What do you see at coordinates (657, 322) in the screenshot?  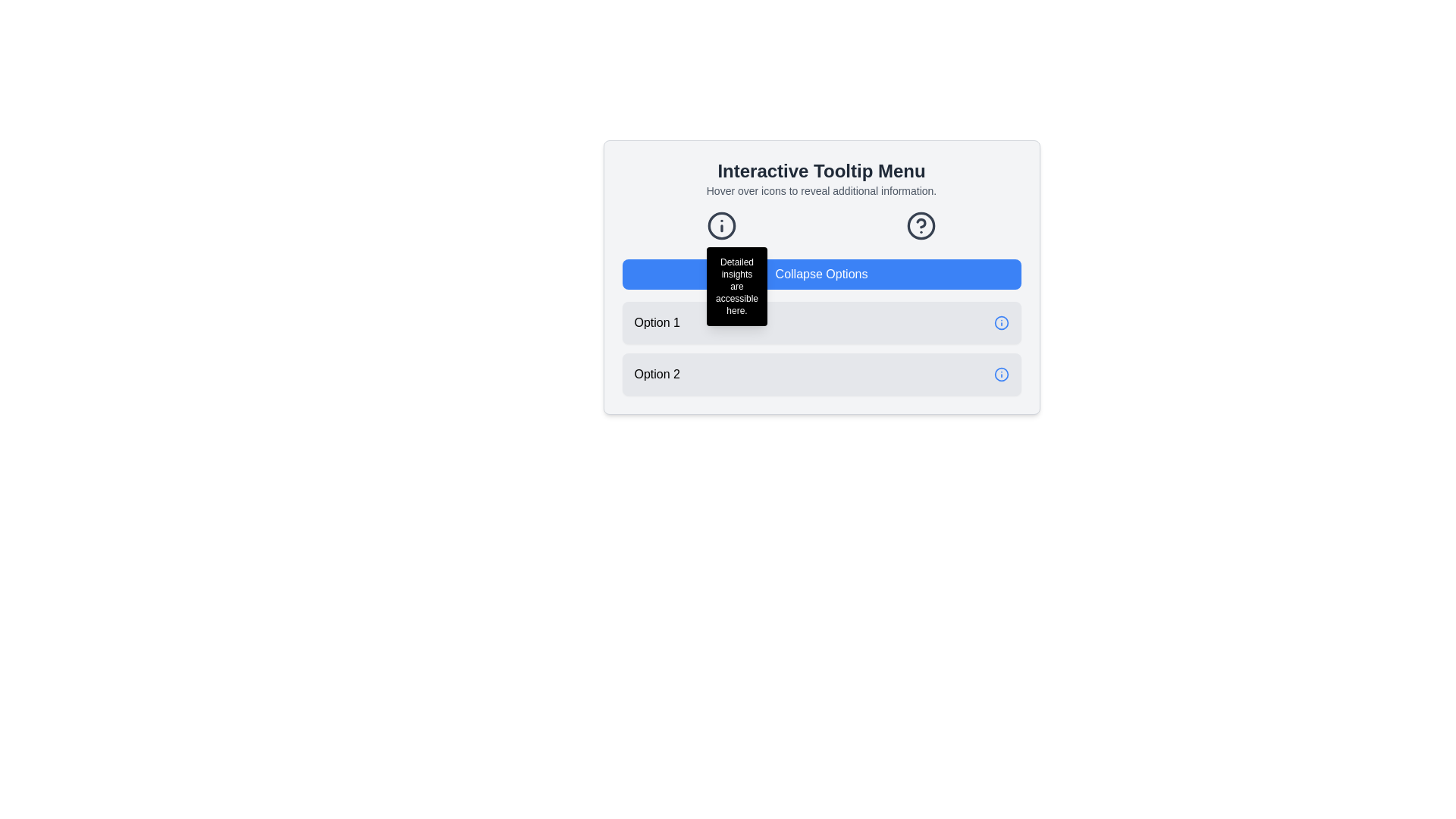 I see `the Text label that is positioned inside a light gray rectangular box, located below the blue button labeled 'Collapse Options' and above 'Option 2'` at bounding box center [657, 322].